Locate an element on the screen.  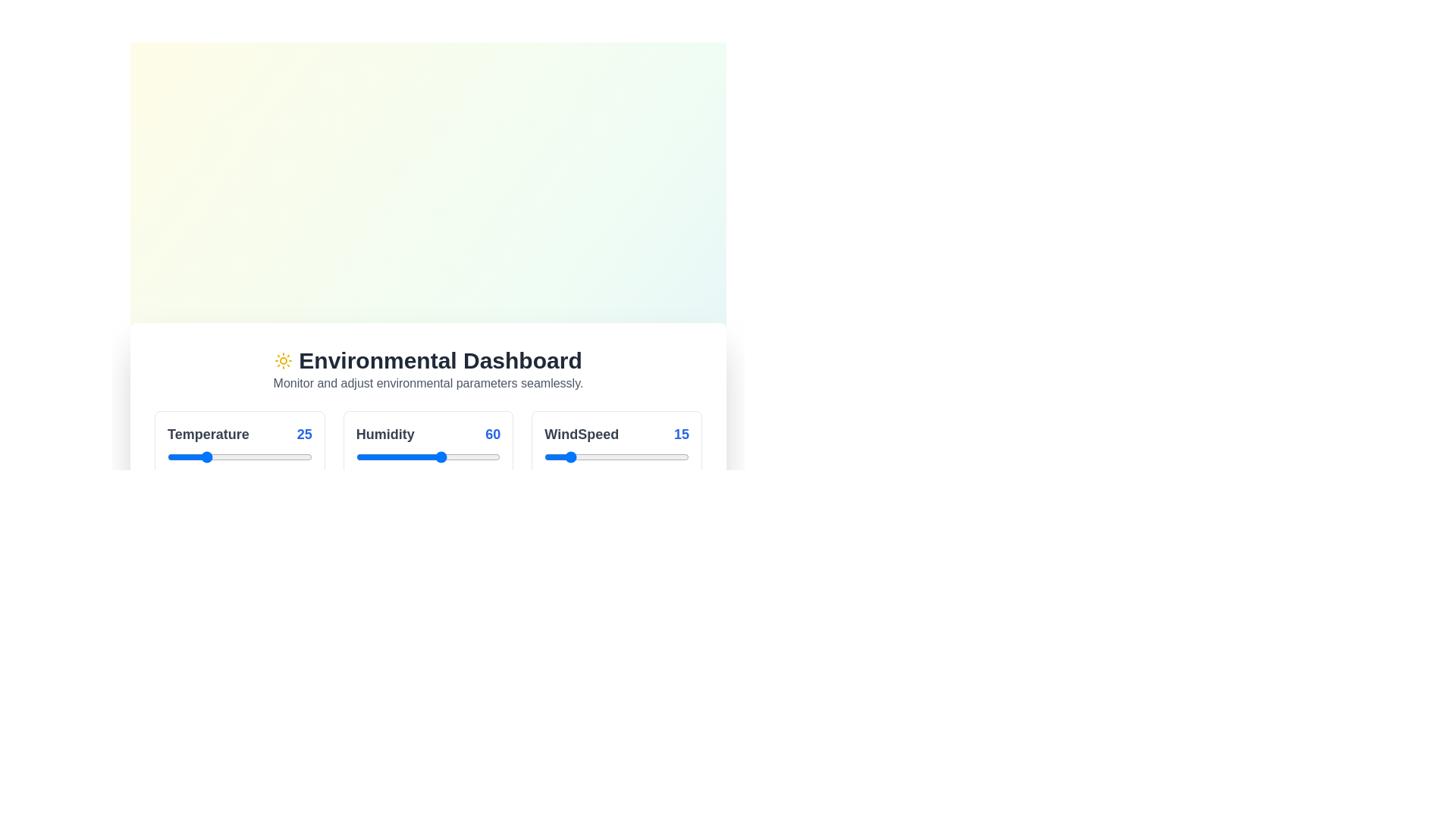
the bold, blue text displaying the number '15' that represents wind speed, located next to the 'WindSpeed' label in the bottom section of the environmental monitoring interface is located at coordinates (680, 434).